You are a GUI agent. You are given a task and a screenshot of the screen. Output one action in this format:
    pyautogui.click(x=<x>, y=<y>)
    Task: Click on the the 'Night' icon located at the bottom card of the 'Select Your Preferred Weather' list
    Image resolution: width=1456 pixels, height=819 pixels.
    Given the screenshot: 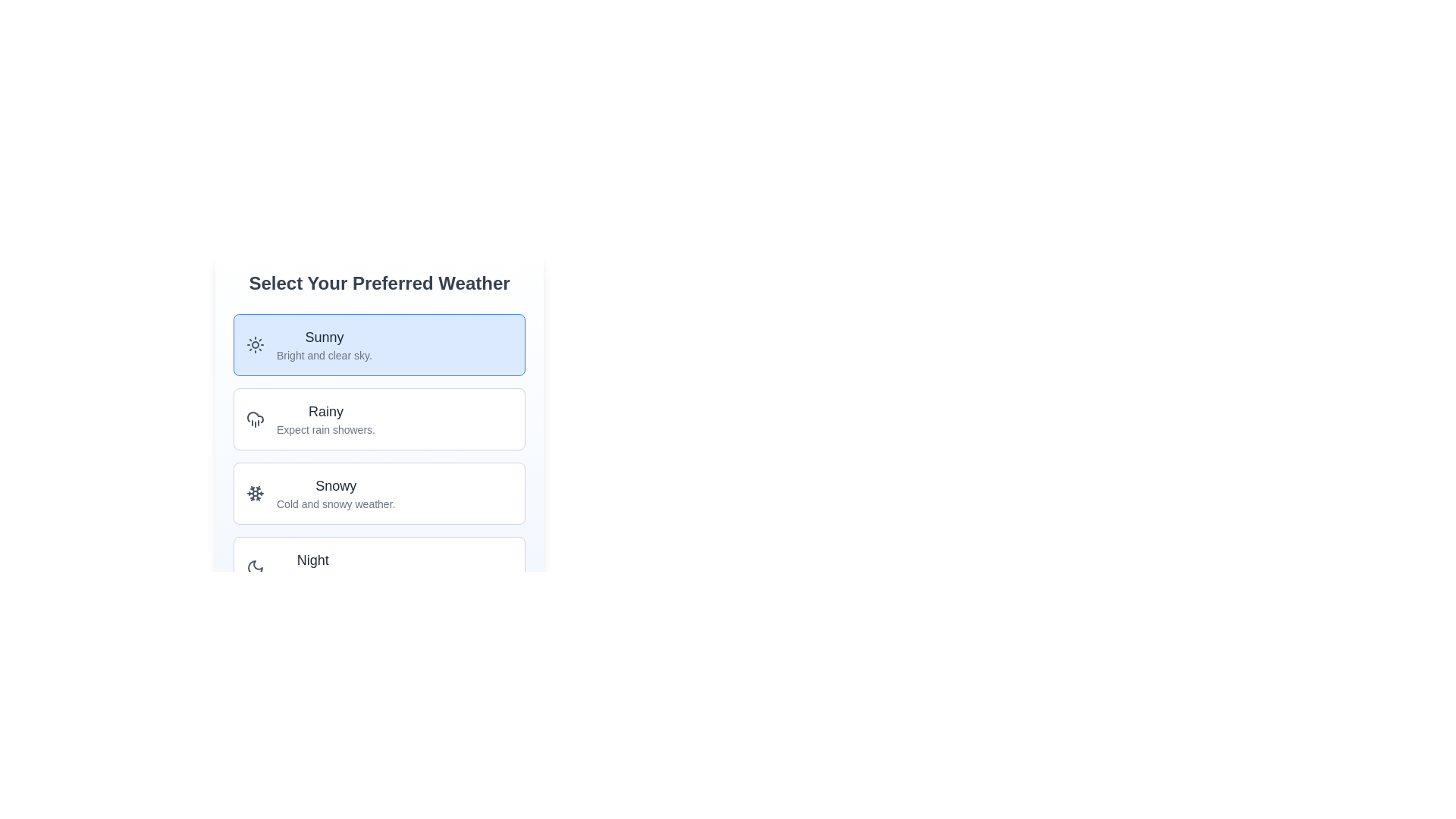 What is the action you would take?
    pyautogui.click(x=255, y=567)
    